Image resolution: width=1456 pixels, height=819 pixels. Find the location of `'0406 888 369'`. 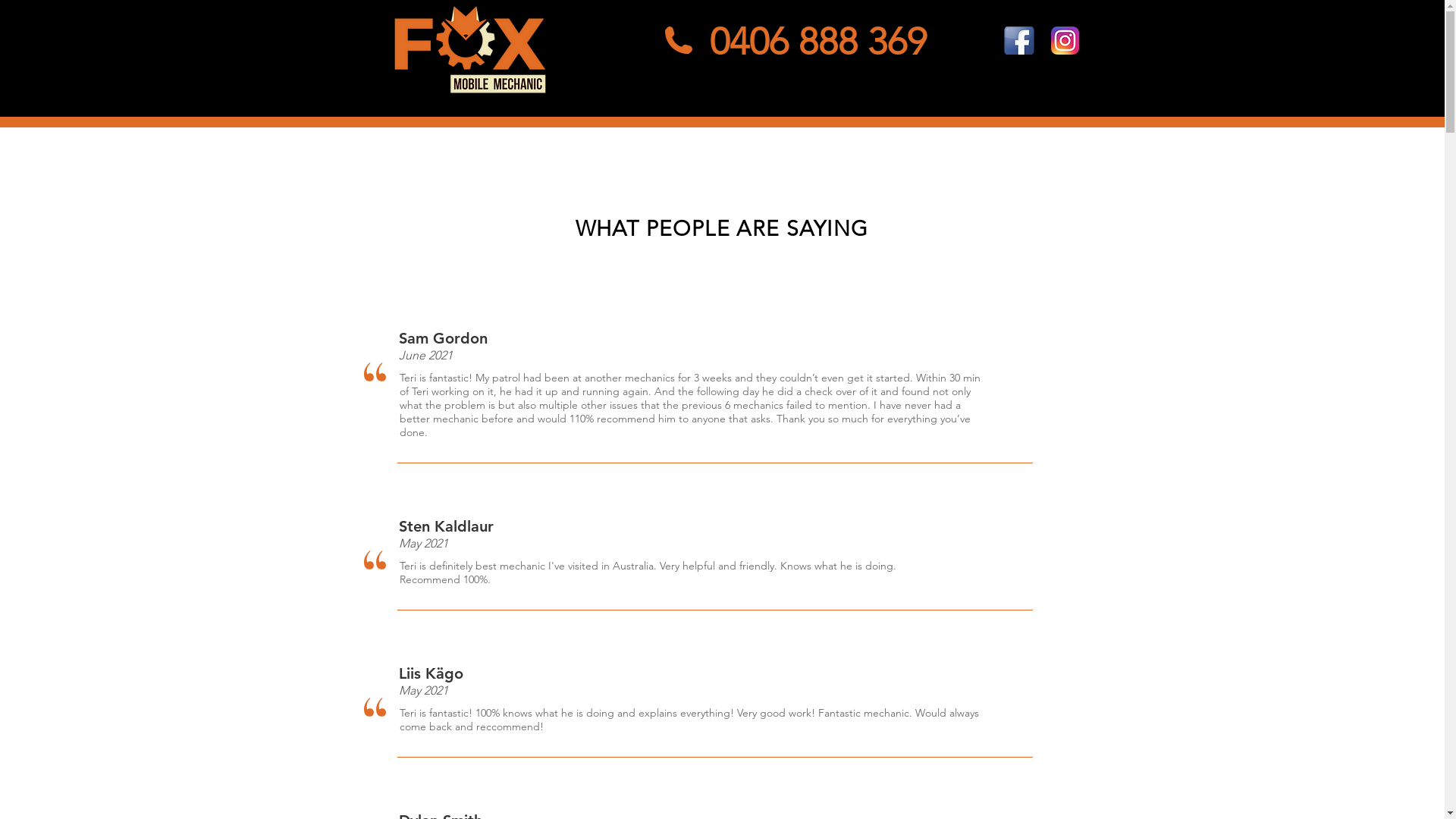

'0406 888 369' is located at coordinates (817, 40).